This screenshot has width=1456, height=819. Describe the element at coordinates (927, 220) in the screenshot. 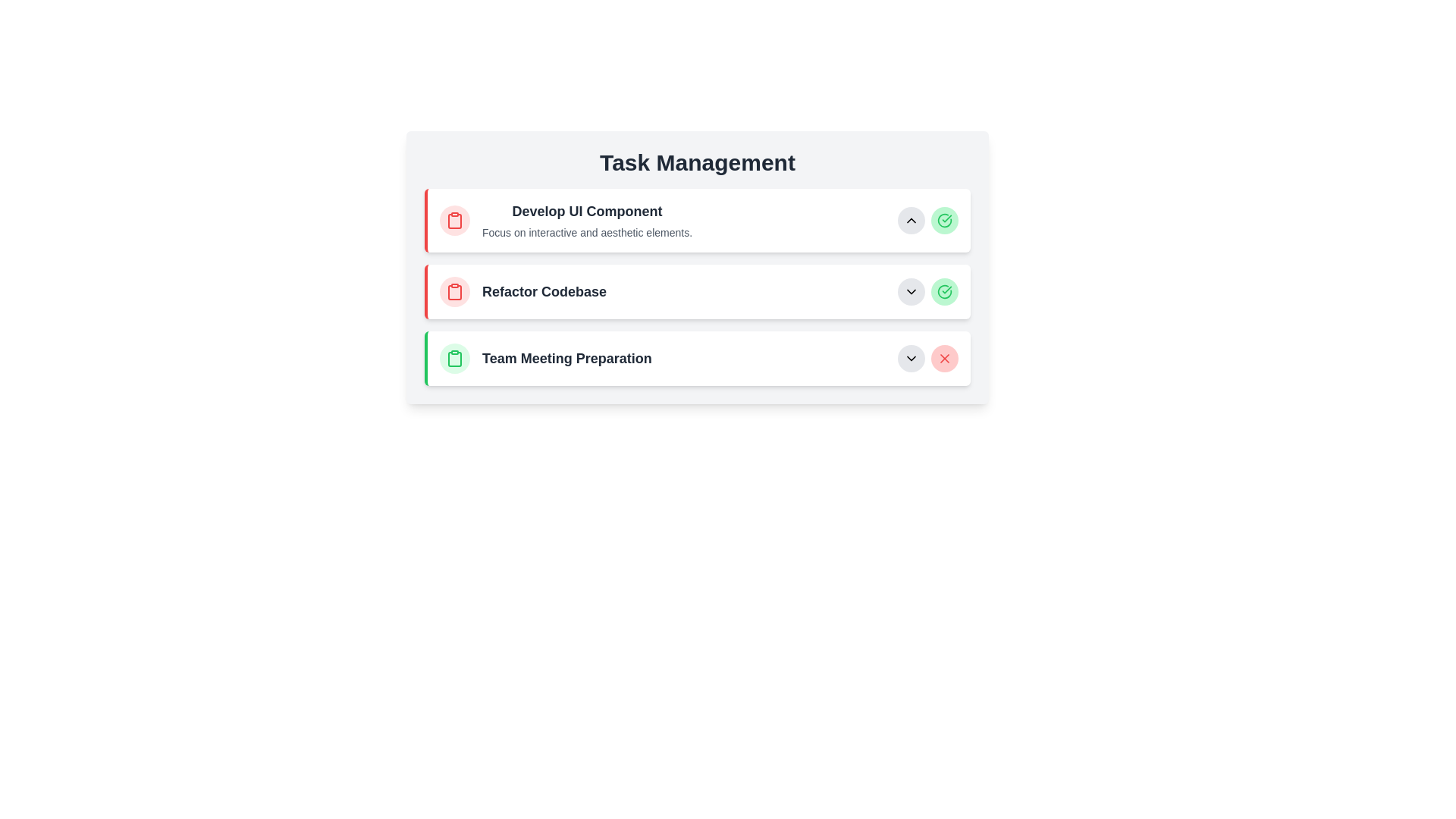

I see `the light gray circular button with a black upward arrow icon located at the top-right of the 'Develop UI Component' task under 'Task Management' to move the task` at that location.